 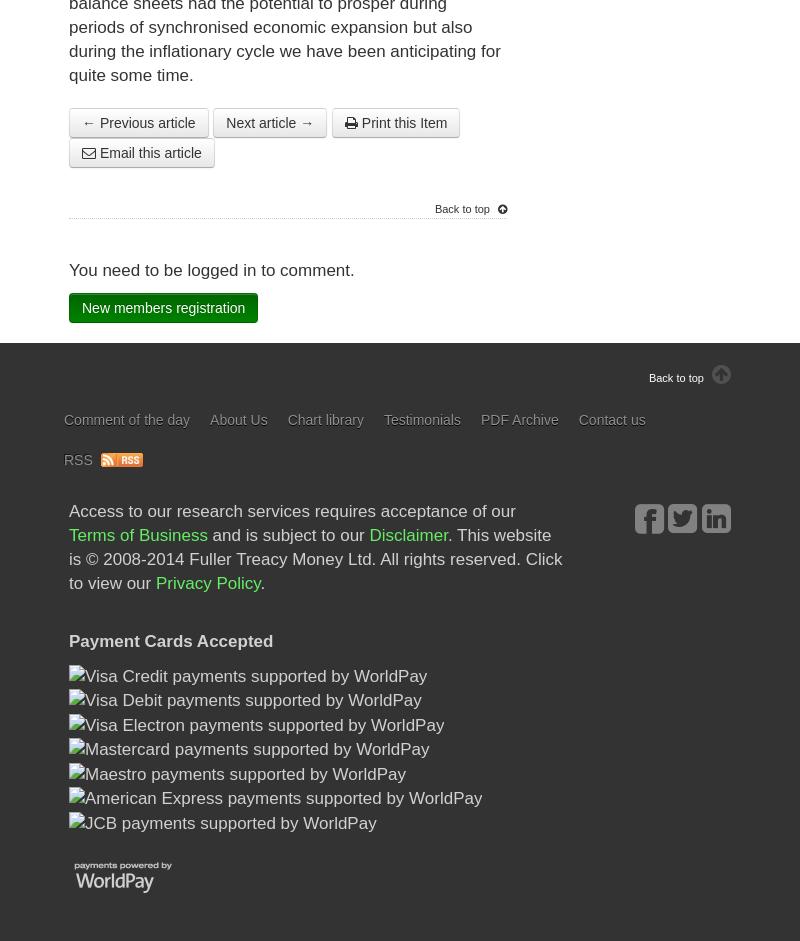 I want to click on 'Access to our research services requires acceptance of our', so click(x=292, y=510).